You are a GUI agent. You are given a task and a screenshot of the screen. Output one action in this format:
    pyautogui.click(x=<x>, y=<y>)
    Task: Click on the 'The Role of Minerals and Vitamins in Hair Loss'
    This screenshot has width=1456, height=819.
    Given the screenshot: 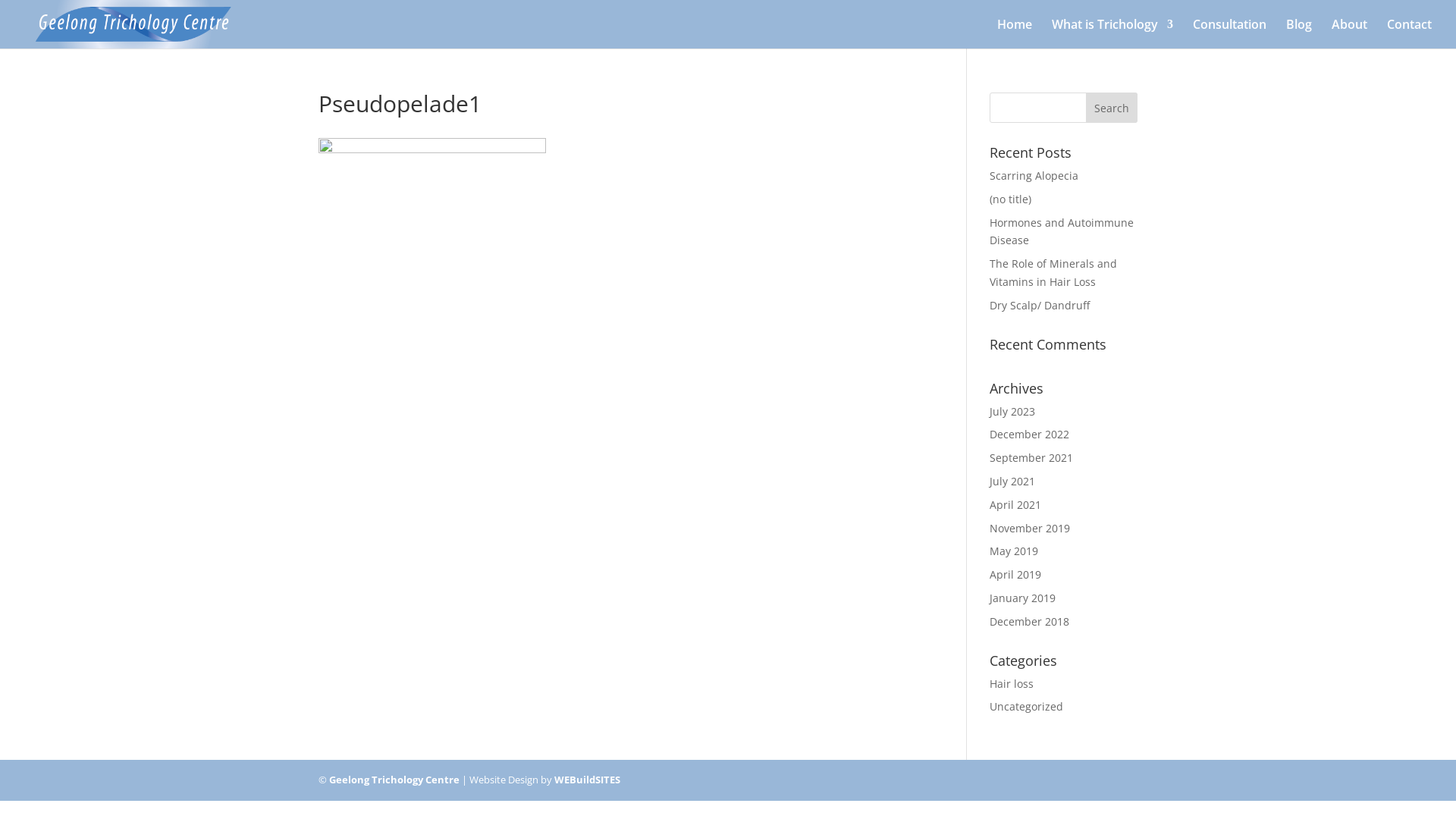 What is the action you would take?
    pyautogui.click(x=990, y=271)
    